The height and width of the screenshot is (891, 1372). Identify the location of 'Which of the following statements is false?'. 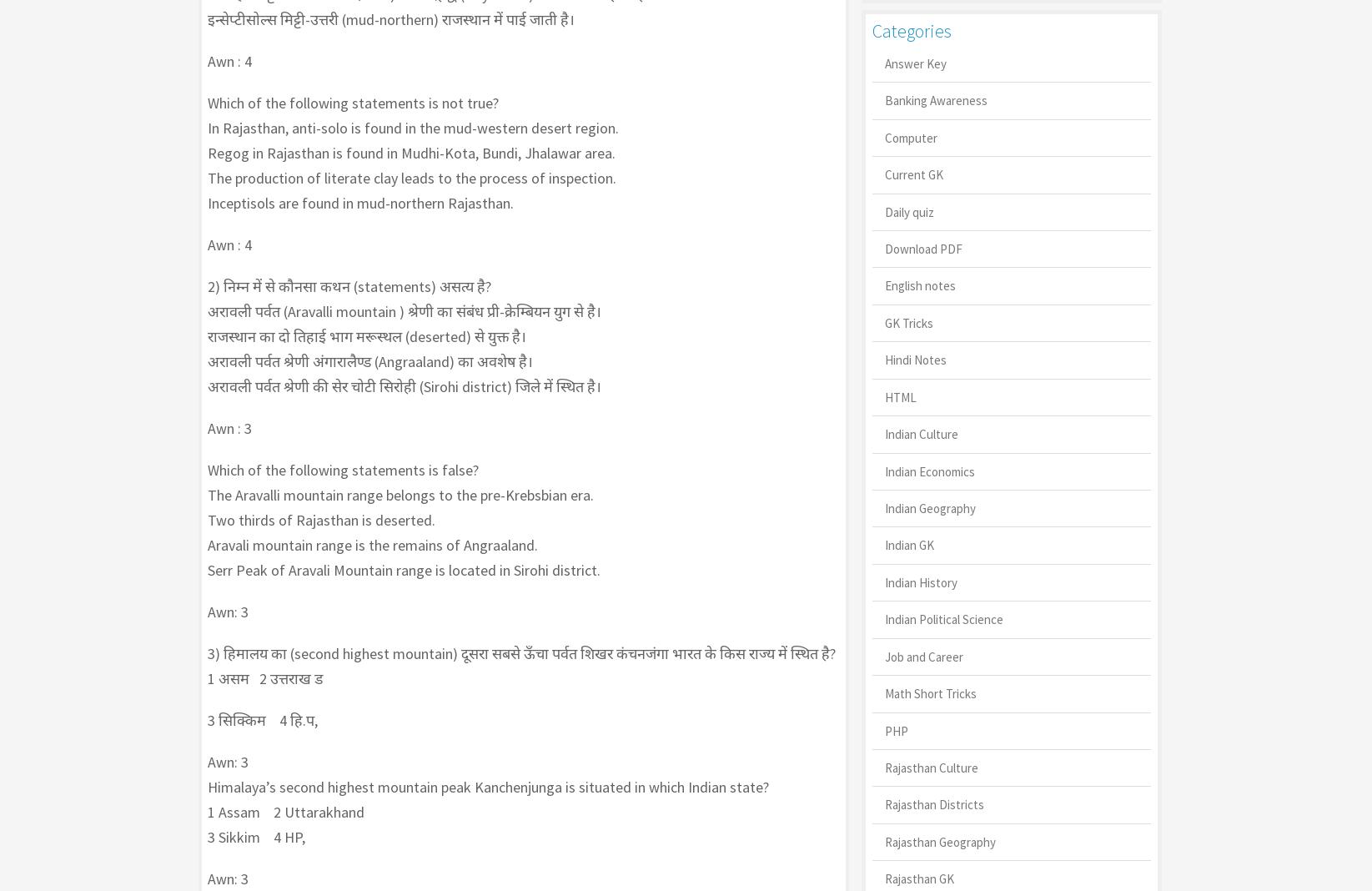
(207, 469).